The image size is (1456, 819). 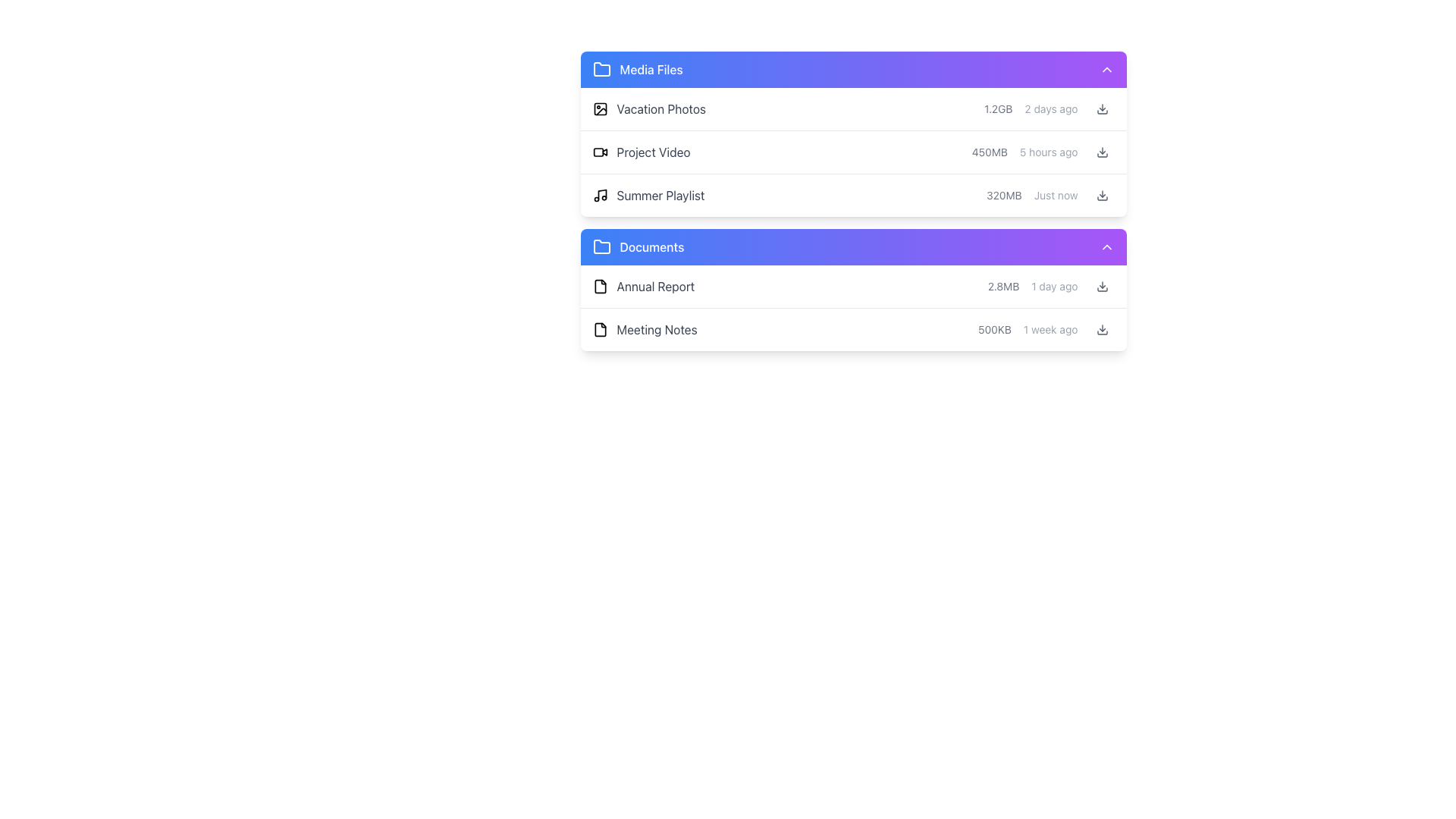 What do you see at coordinates (1045, 329) in the screenshot?
I see `the metadata display for the document labeled 'Meeting Notes'` at bounding box center [1045, 329].